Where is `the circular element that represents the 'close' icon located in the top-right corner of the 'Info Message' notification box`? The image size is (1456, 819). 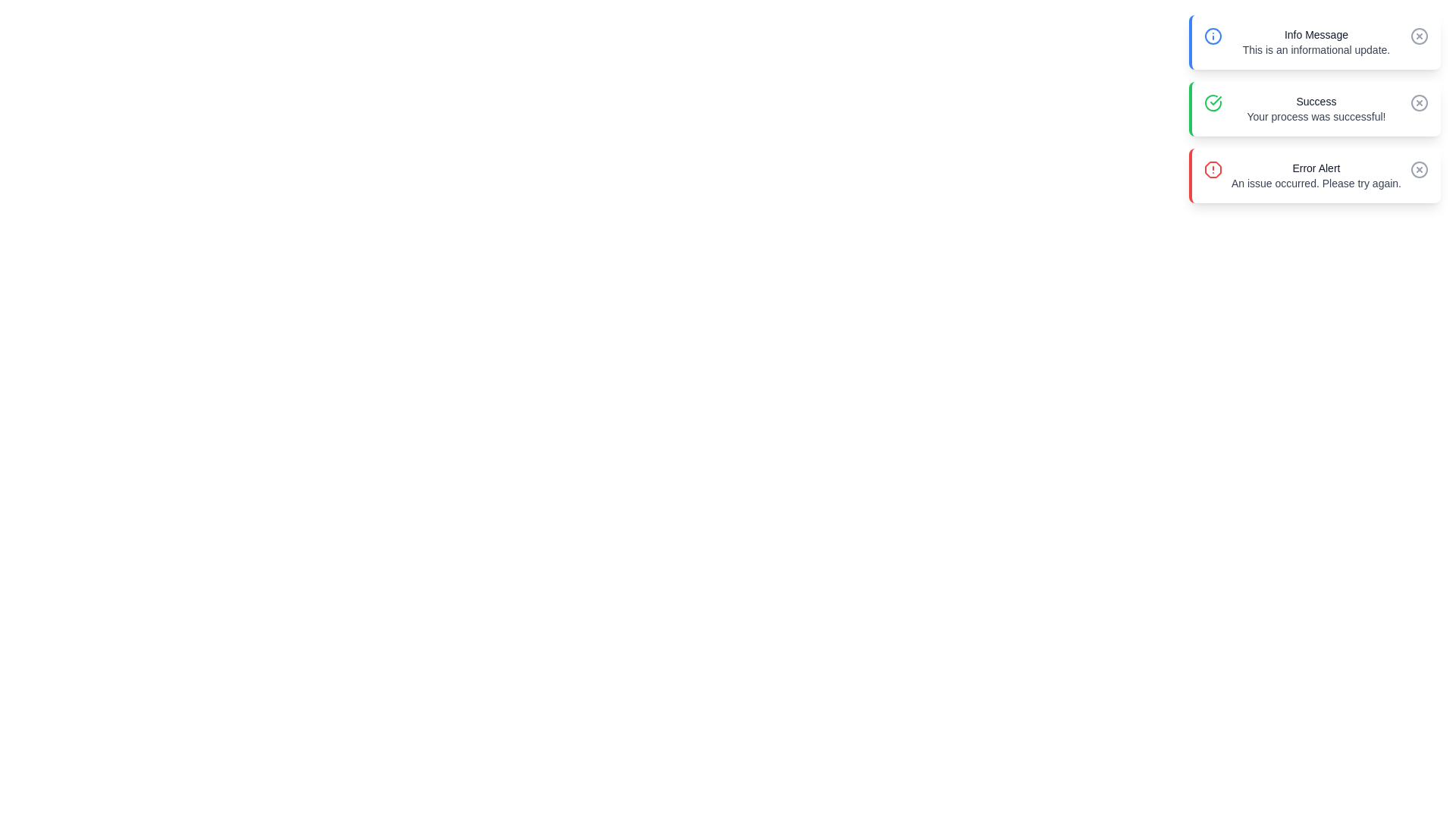
the circular element that represents the 'close' icon located in the top-right corner of the 'Info Message' notification box is located at coordinates (1419, 35).